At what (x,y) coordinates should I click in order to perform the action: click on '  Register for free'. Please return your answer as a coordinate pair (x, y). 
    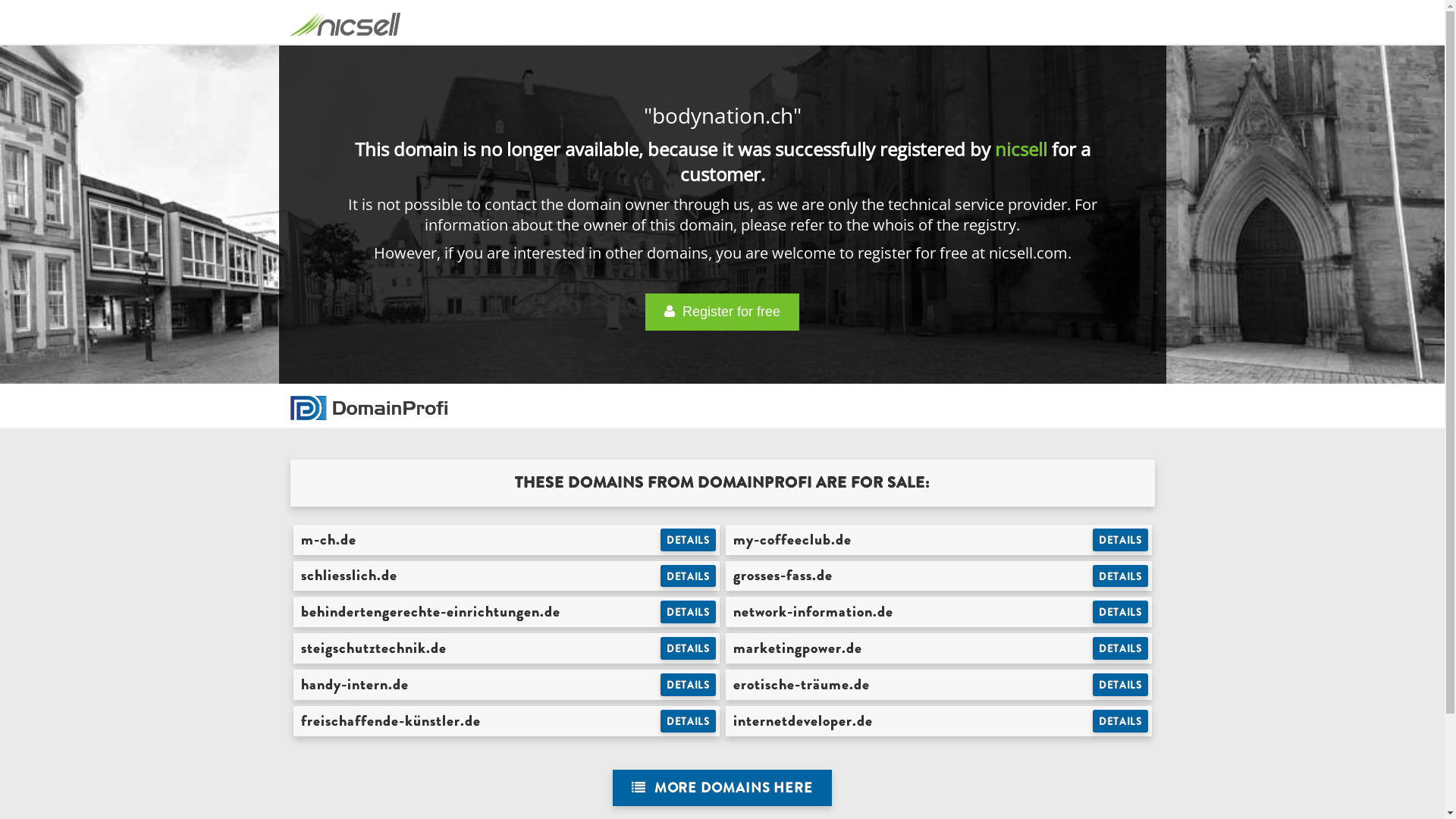
    Looking at the image, I should click on (721, 311).